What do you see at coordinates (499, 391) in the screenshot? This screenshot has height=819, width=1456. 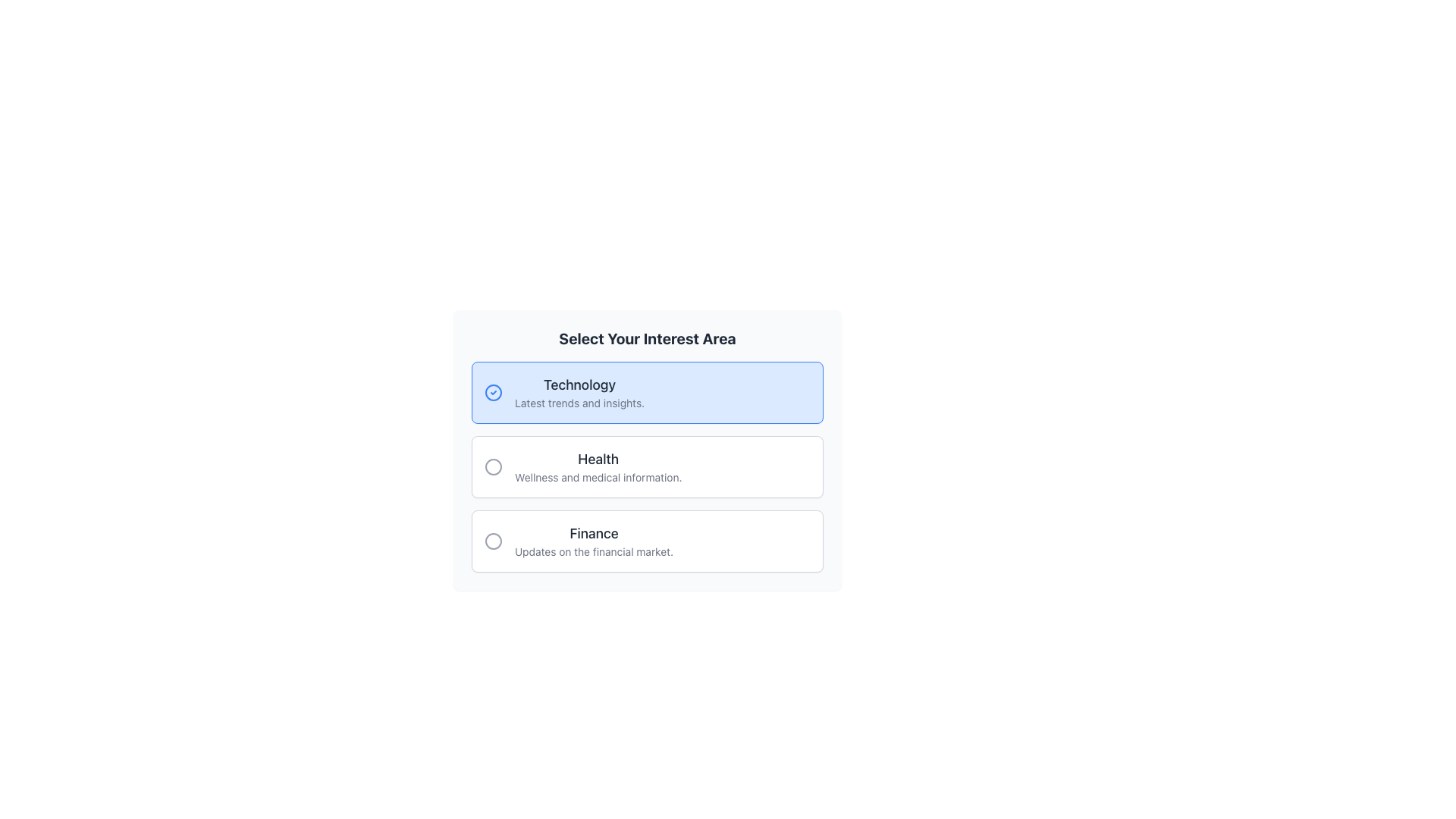 I see `the selection confirmation icon for the 'Technology' option` at bounding box center [499, 391].